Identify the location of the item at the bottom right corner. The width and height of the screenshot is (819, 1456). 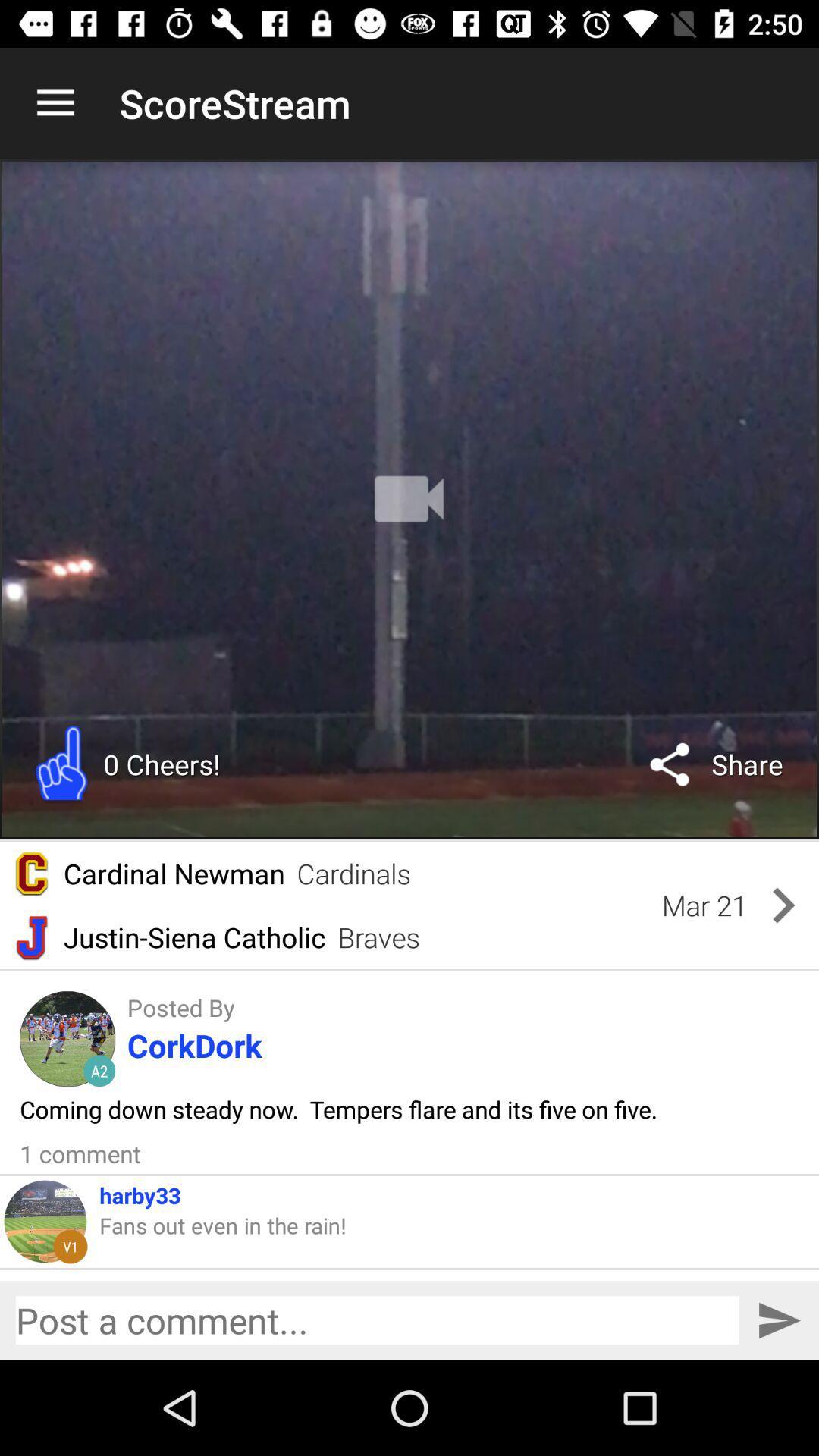
(779, 1319).